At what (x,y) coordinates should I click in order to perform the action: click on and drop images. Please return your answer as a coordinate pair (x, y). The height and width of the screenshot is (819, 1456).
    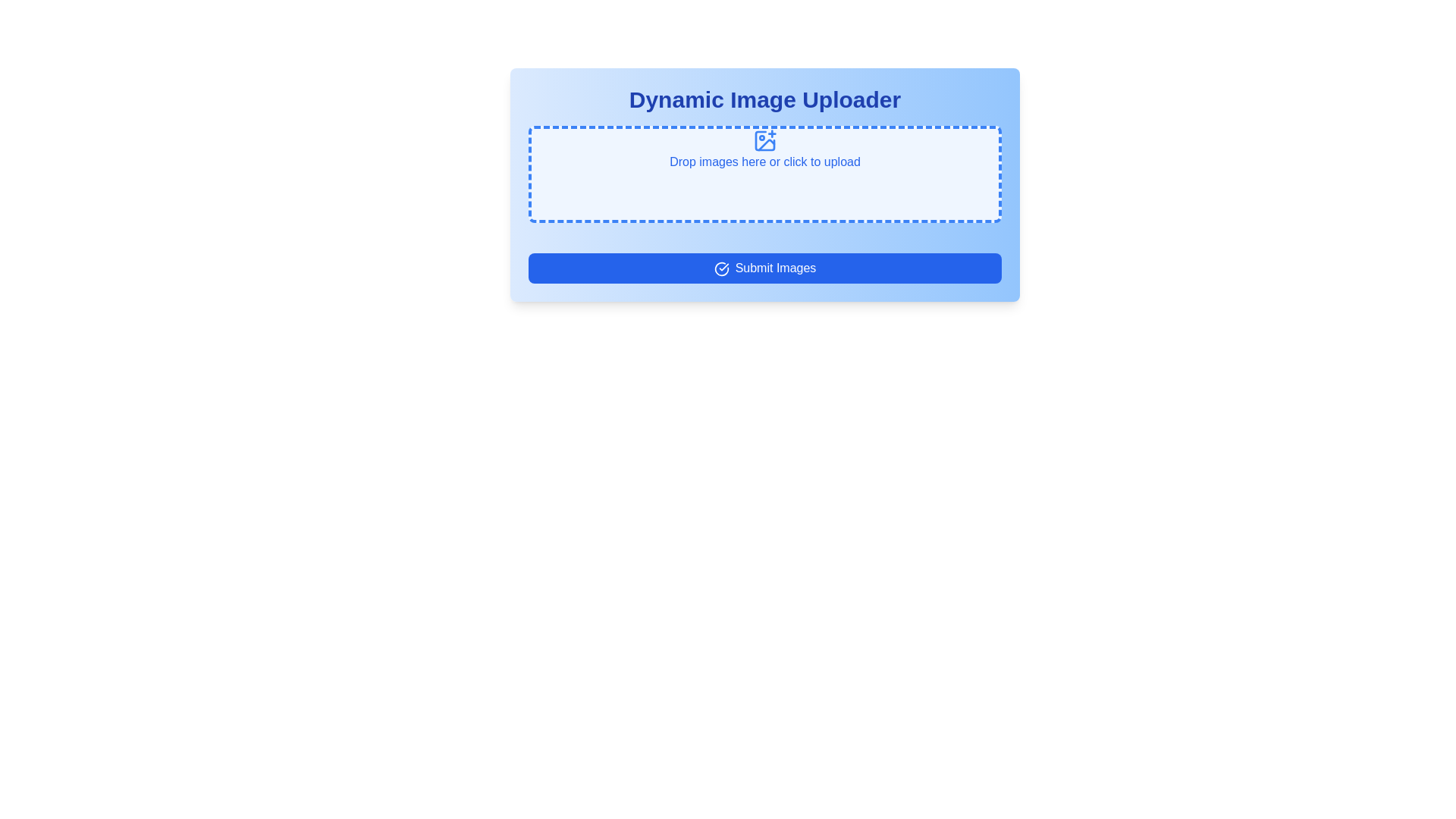
    Looking at the image, I should click on (764, 174).